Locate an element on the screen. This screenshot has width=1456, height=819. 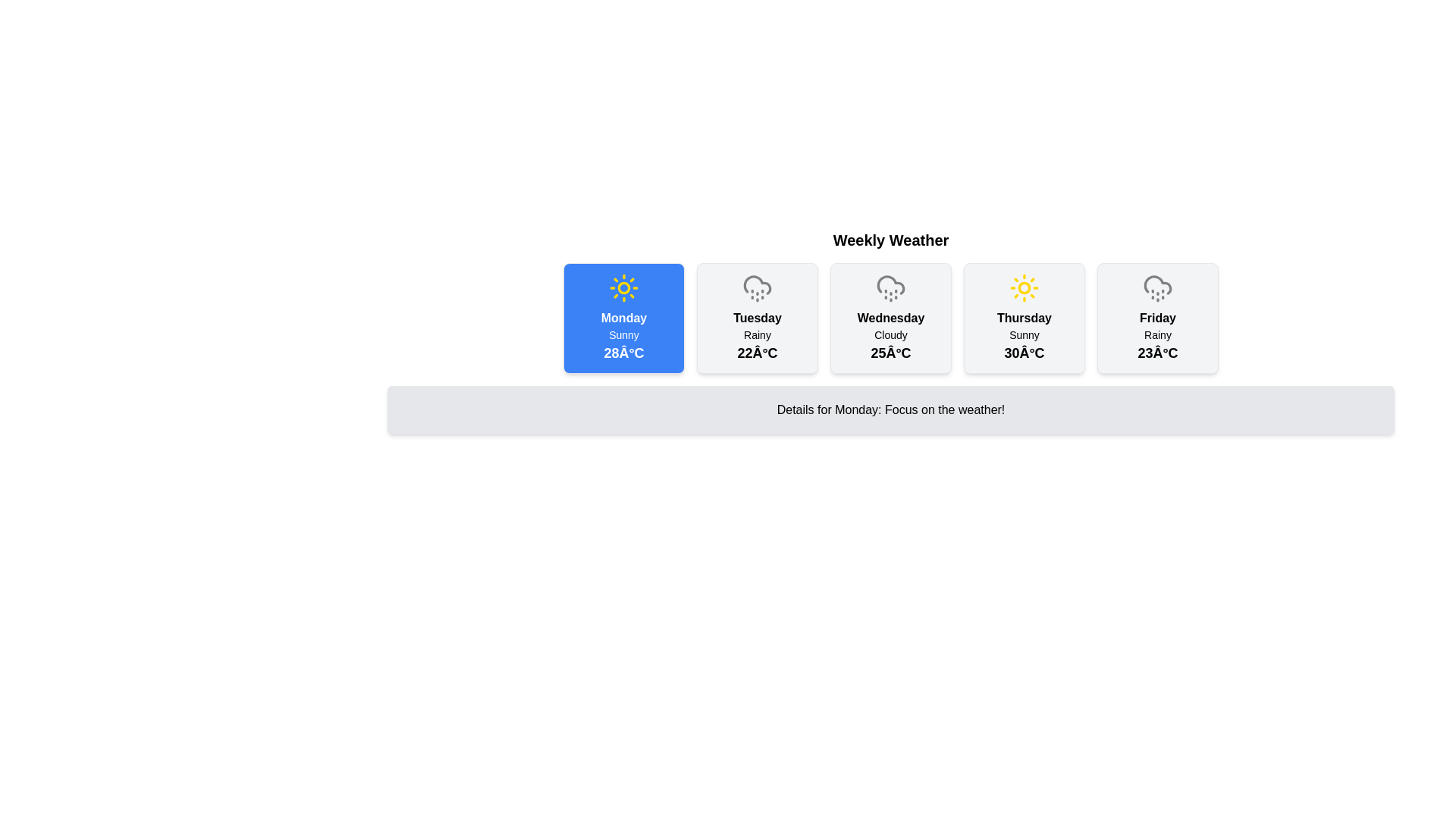
the text label that reads 'Cloudy', located in the third weather forecast card below the day label 'Wednesday' and above the temperature '25°C' is located at coordinates (891, 334).